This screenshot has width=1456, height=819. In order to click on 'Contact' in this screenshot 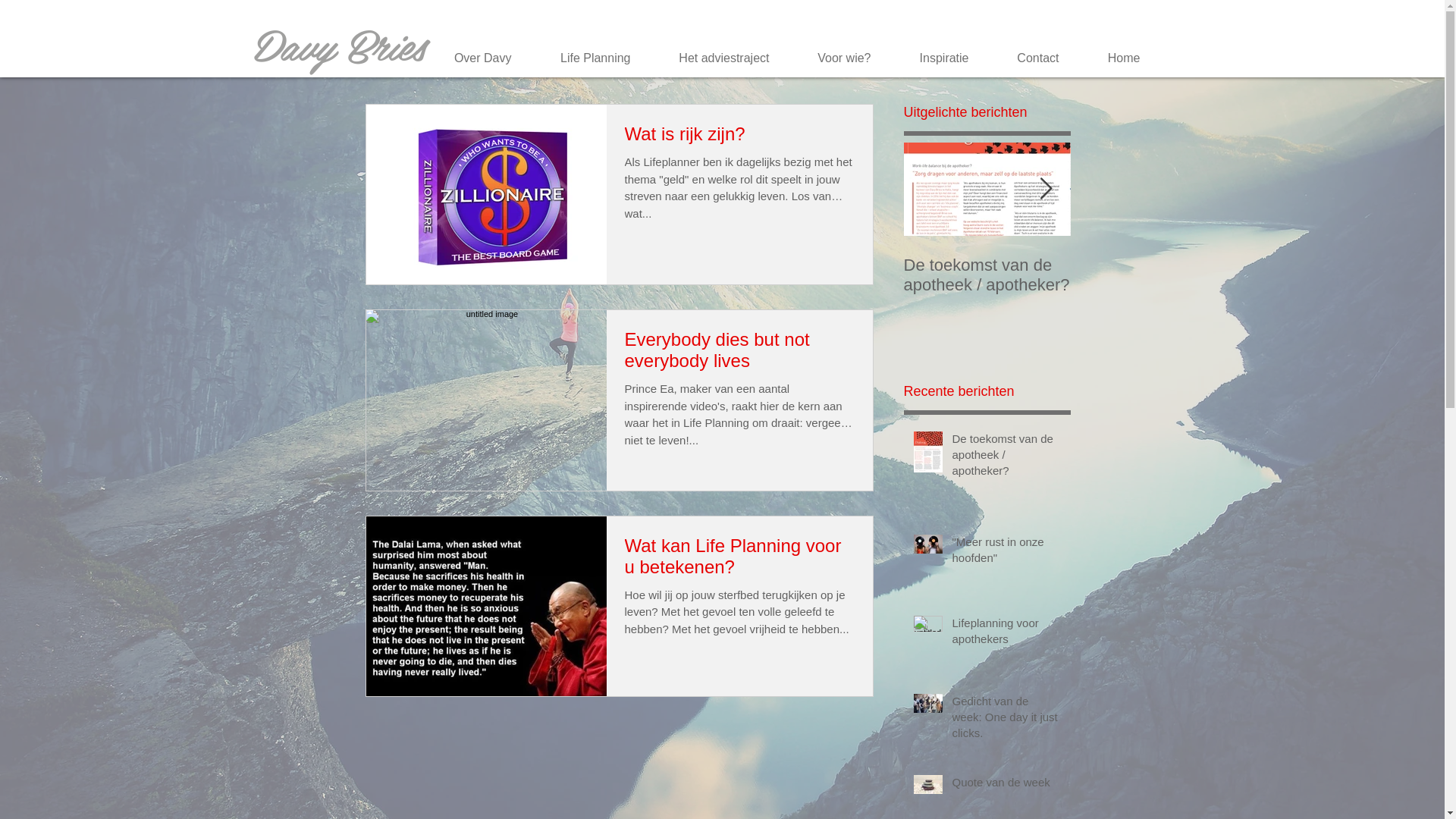, I will do `click(1029, 58)`.